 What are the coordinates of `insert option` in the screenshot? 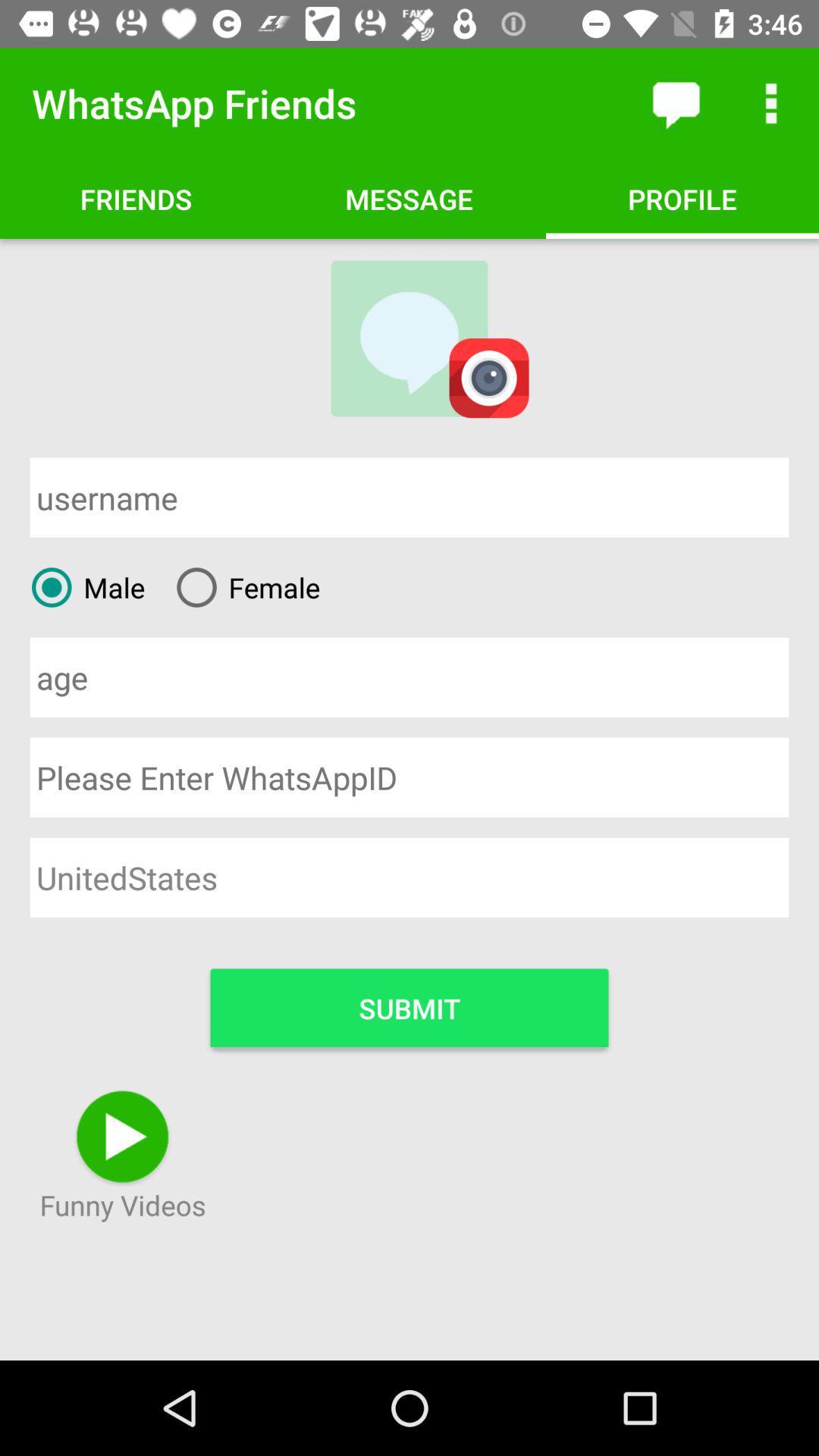 It's located at (409, 676).